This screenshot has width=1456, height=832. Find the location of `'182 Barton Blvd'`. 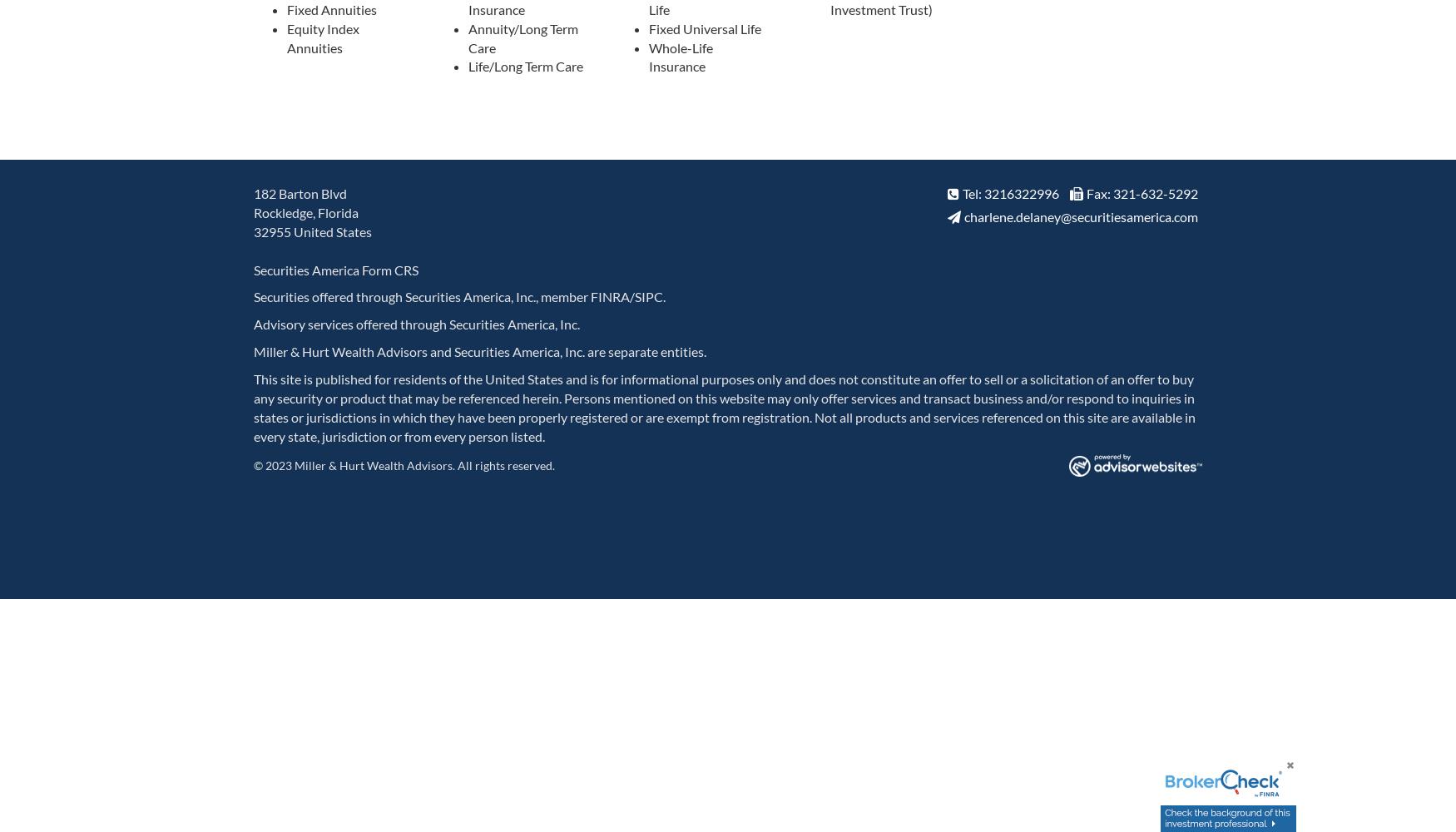

'182 Barton Blvd' is located at coordinates (300, 192).